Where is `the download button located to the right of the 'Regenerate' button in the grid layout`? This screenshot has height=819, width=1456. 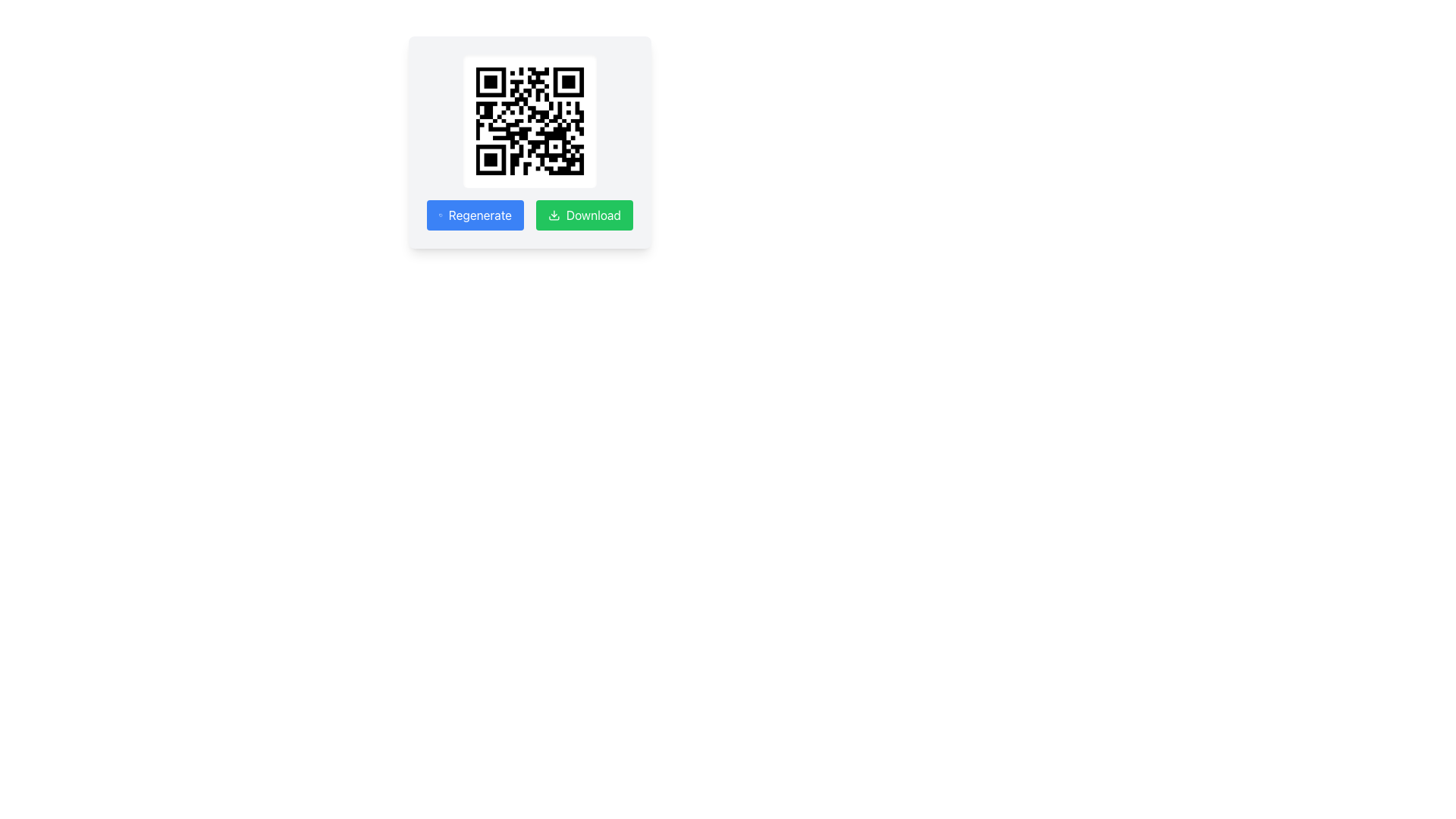
the download button located to the right of the 'Regenerate' button in the grid layout is located at coordinates (584, 215).